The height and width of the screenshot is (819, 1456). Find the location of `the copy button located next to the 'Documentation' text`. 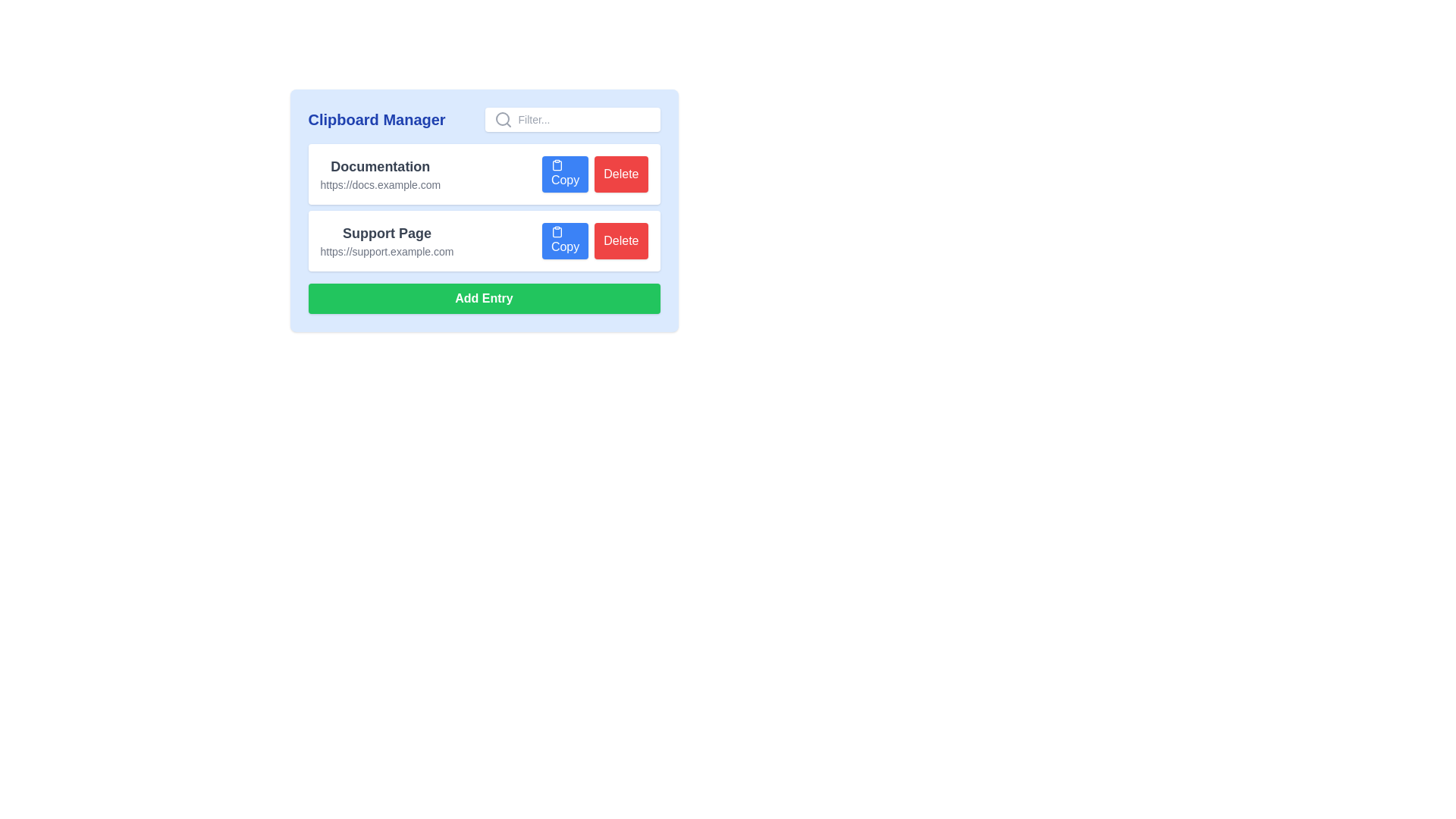

the copy button located next to the 'Documentation' text is located at coordinates (564, 174).